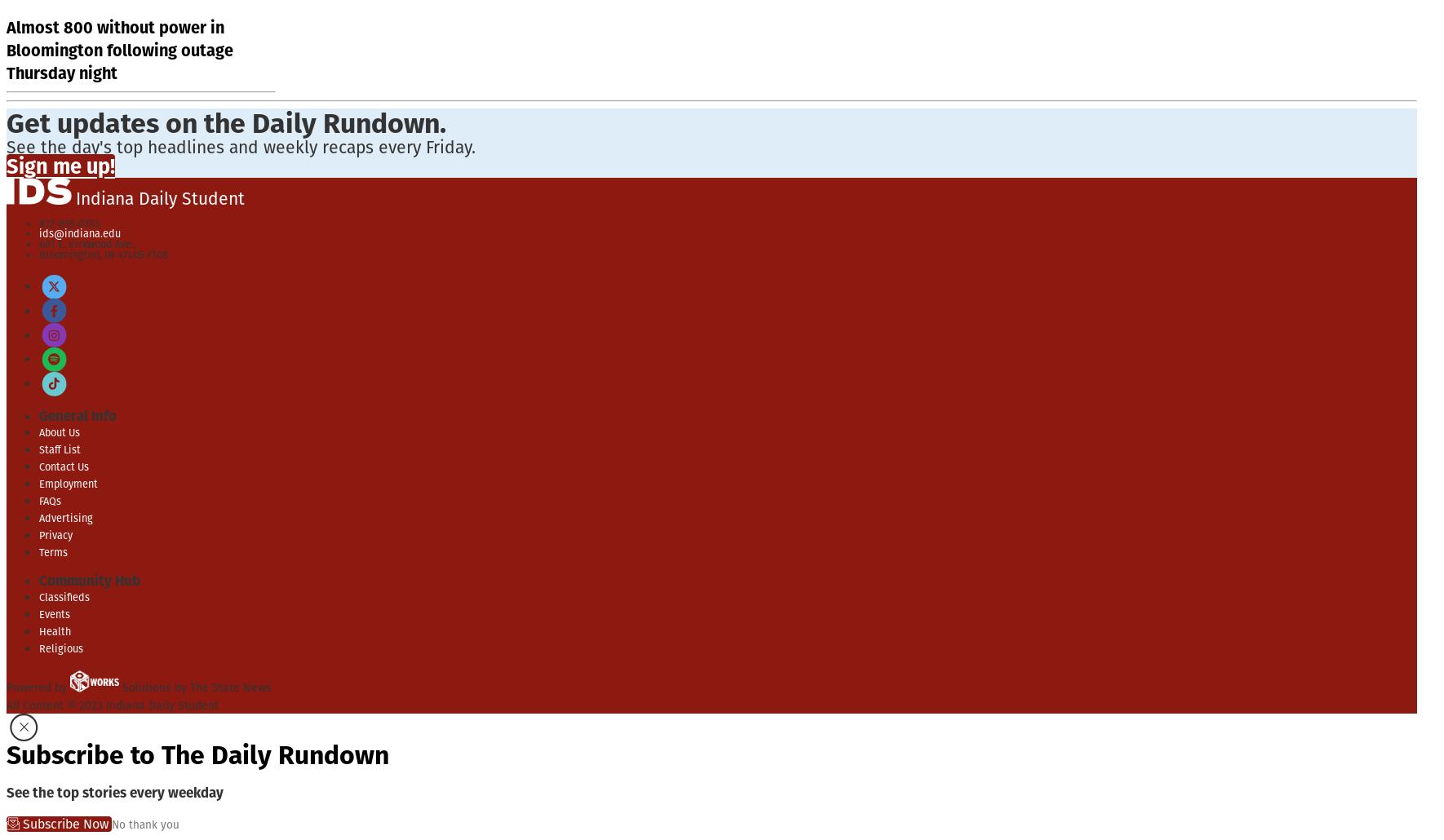 Image resolution: width=1444 pixels, height=840 pixels. Describe the element at coordinates (38, 581) in the screenshot. I see `'Community Hub'` at that location.